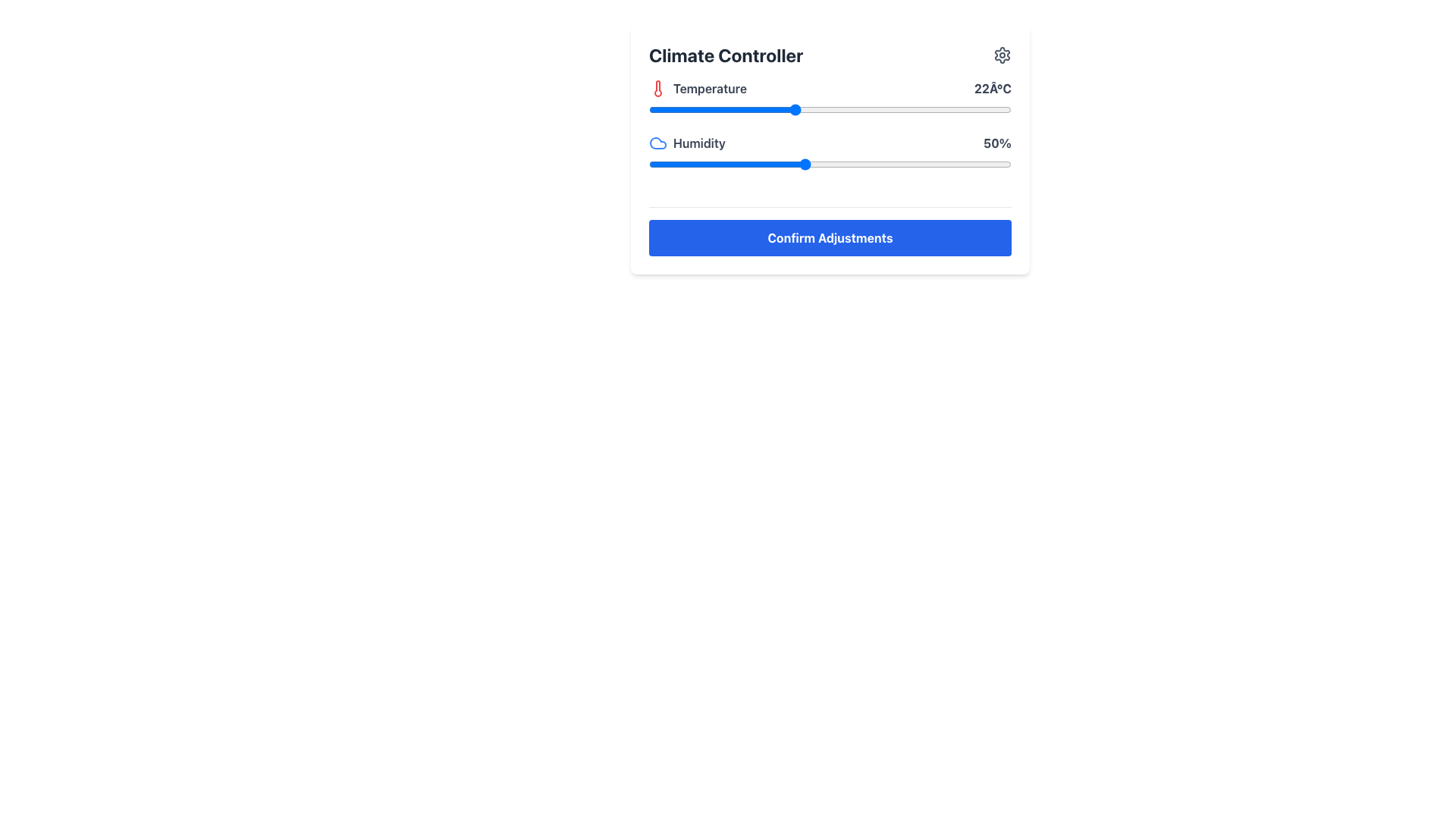 The height and width of the screenshot is (819, 1456). What do you see at coordinates (829, 88) in the screenshot?
I see `the horizontal bar displaying temperature information, which includes a red thermometer icon on the left and the temperature value '22°C' on the right, located within the 'Climate Controller' card` at bounding box center [829, 88].